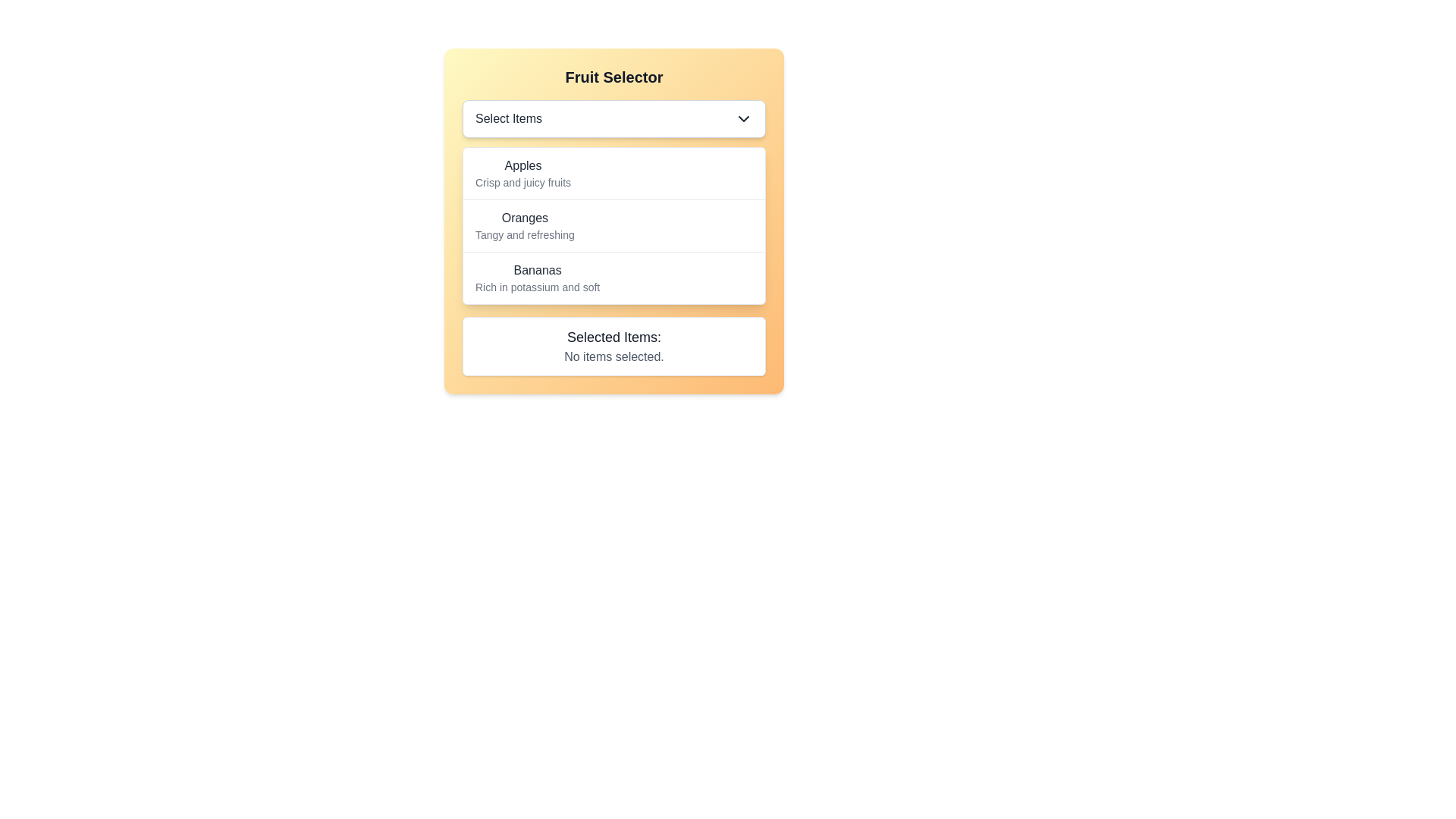 This screenshot has width=1456, height=819. What do you see at coordinates (614, 221) in the screenshot?
I see `to select the list item titled 'Oranges' in the dropdown menu under 'Fruit Selector'` at bounding box center [614, 221].